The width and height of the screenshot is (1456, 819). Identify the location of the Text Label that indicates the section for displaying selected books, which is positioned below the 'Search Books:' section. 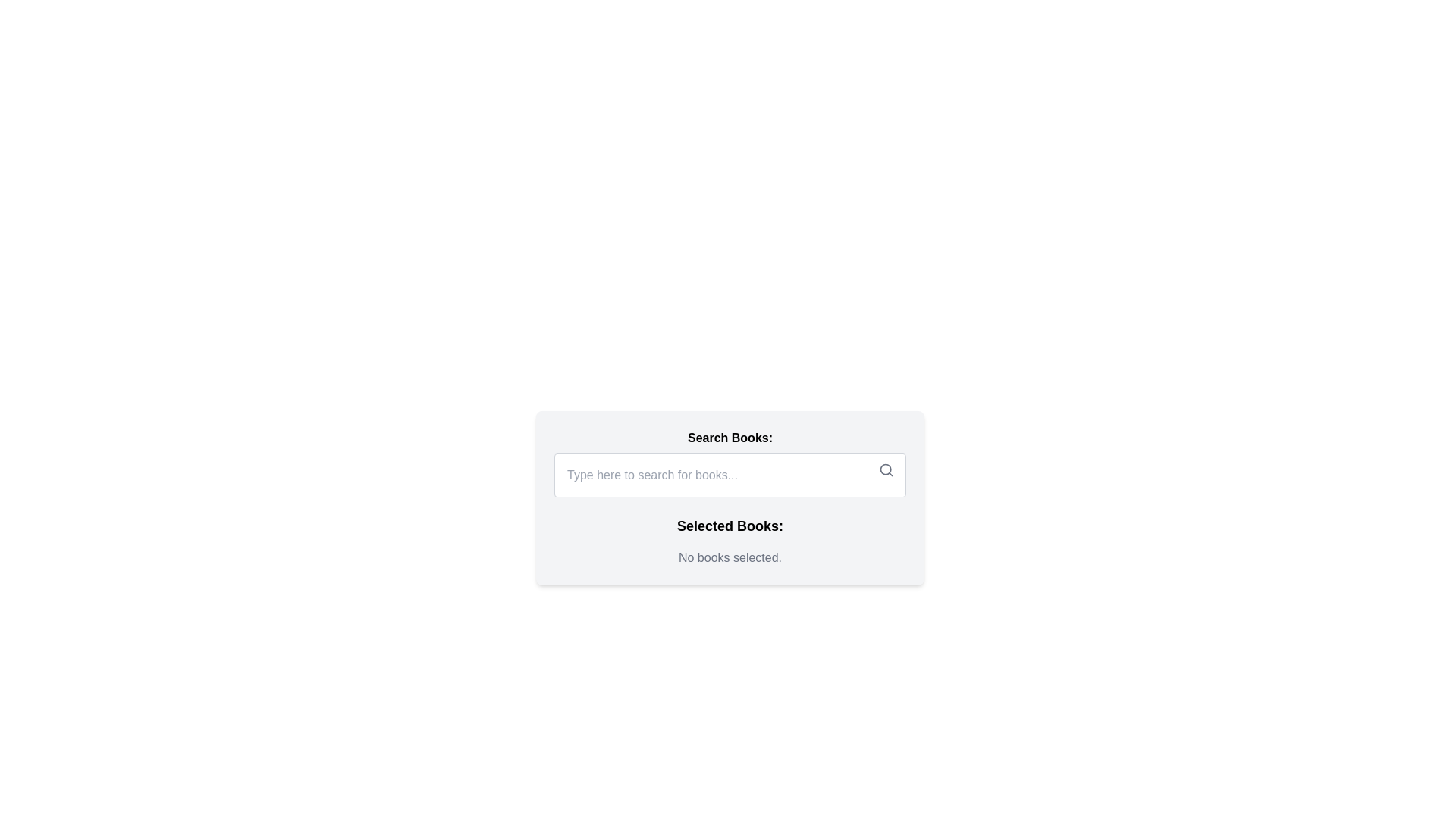
(730, 526).